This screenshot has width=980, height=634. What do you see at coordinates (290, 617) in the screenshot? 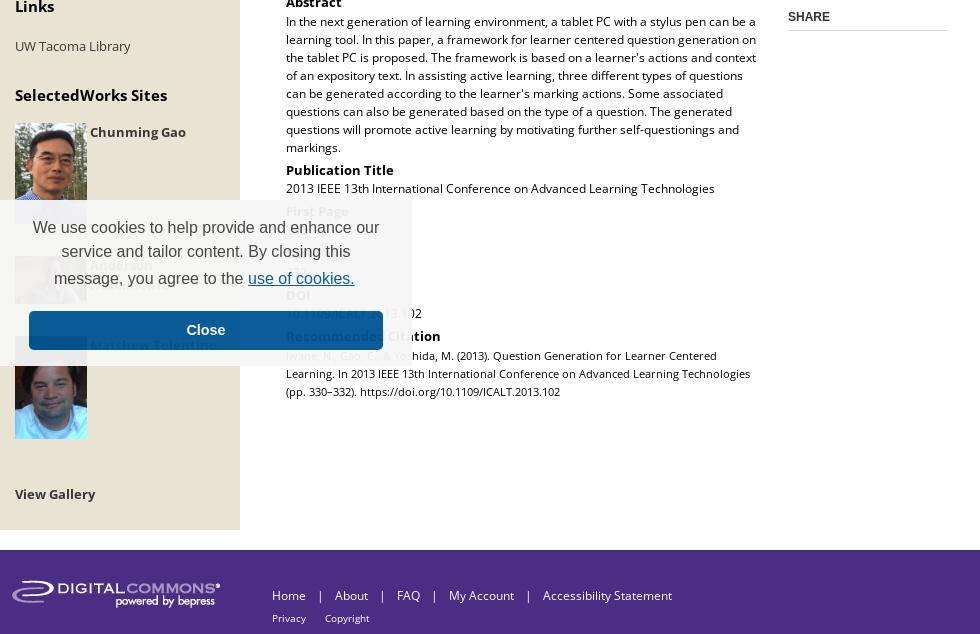
I see `'Privacy'` at bounding box center [290, 617].